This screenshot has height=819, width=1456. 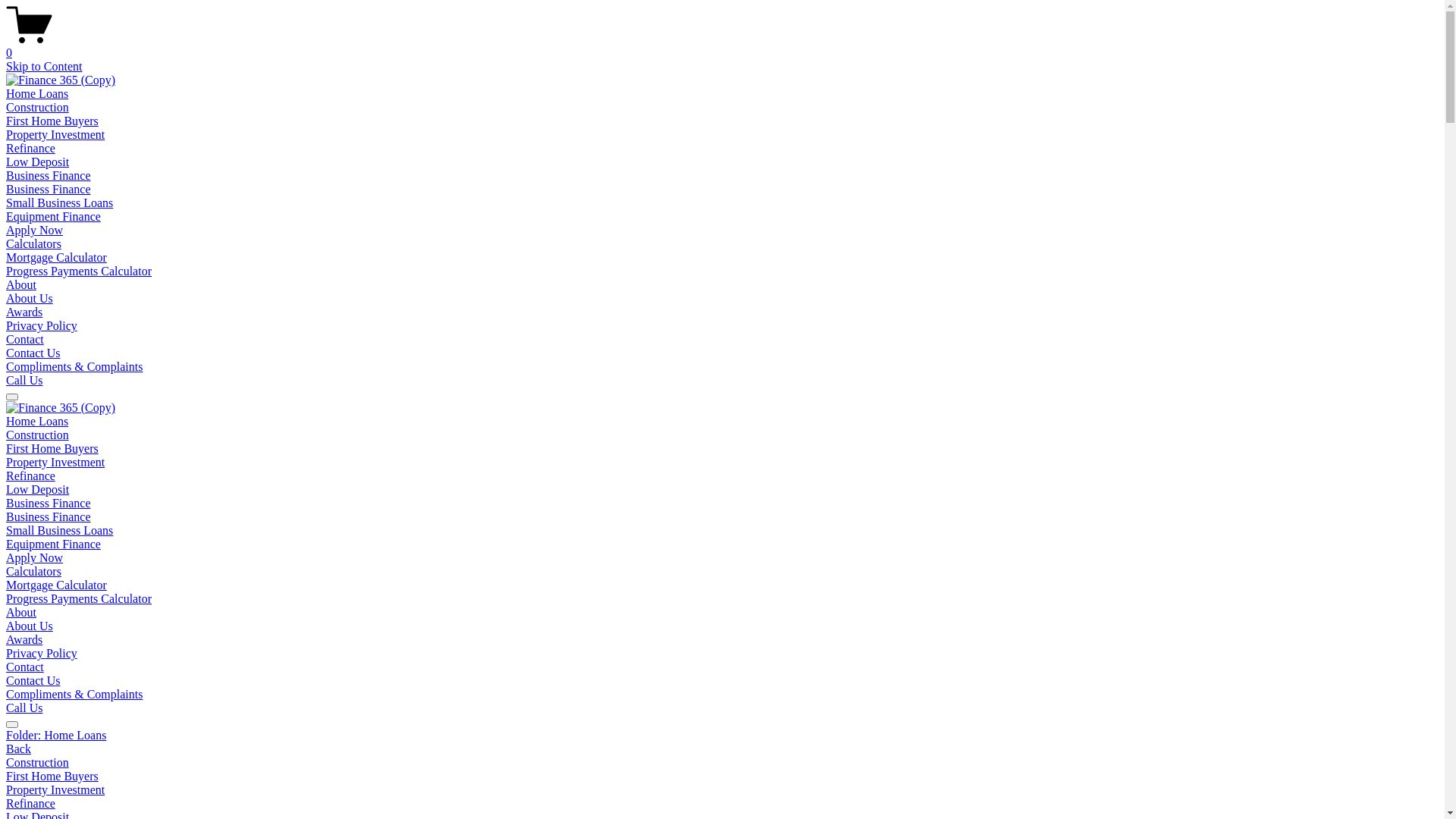 What do you see at coordinates (25, 666) in the screenshot?
I see `'Contact'` at bounding box center [25, 666].